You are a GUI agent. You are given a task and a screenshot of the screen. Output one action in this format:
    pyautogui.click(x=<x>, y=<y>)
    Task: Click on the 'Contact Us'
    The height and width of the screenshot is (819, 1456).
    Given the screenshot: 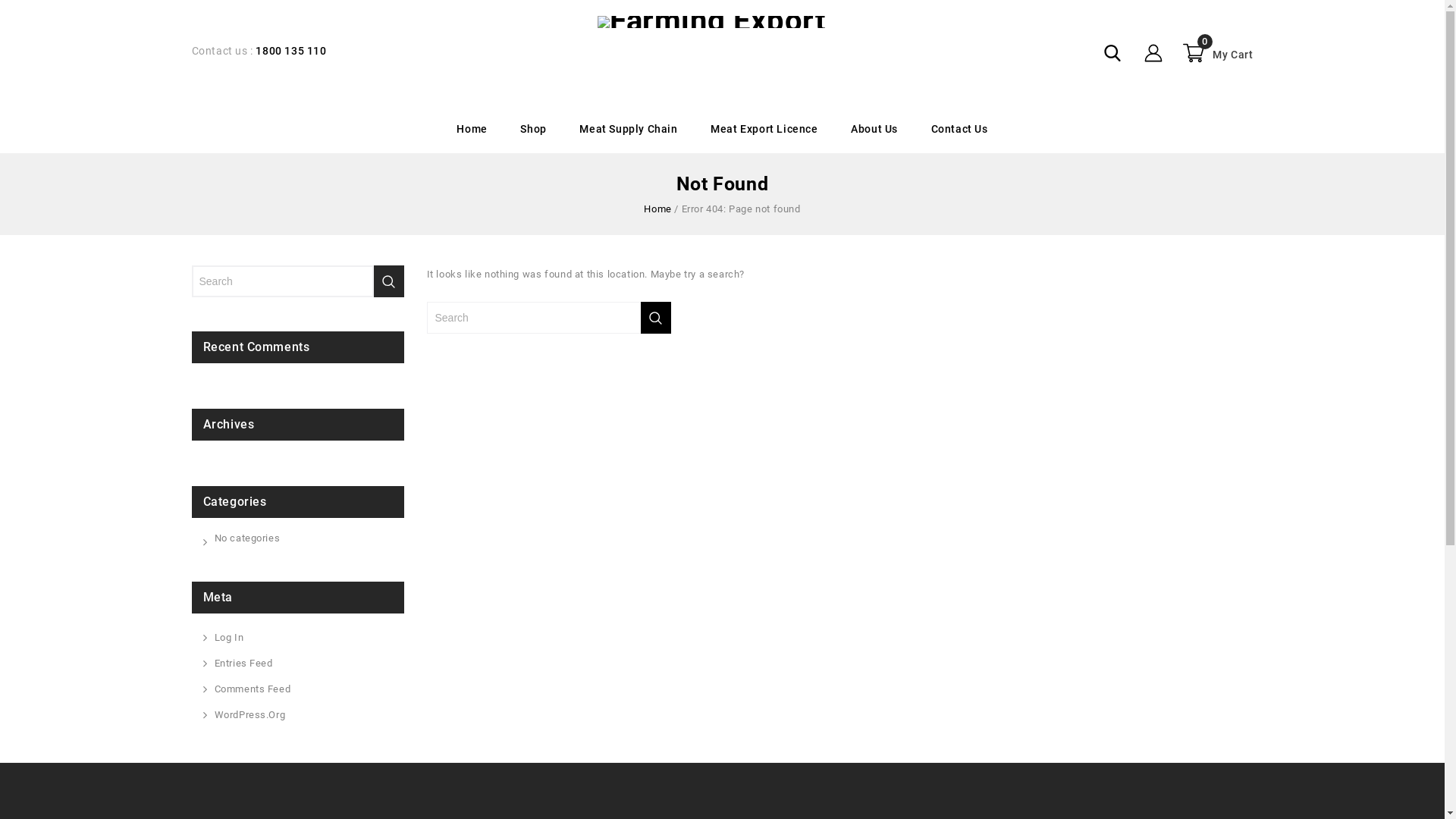 What is the action you would take?
    pyautogui.click(x=959, y=128)
    